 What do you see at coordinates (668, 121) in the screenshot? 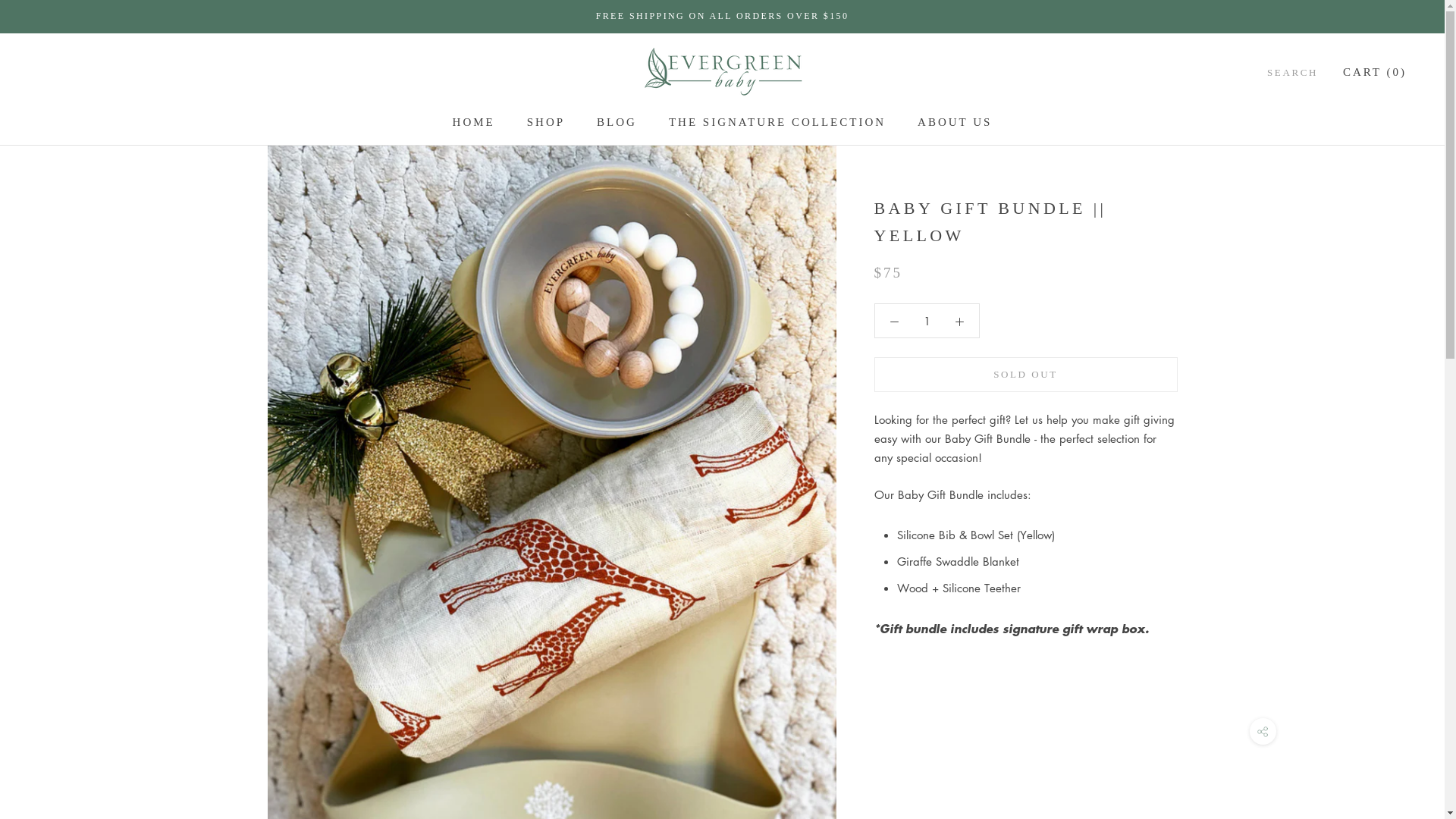
I see `'THE SIGNATURE COLLECTION` at bounding box center [668, 121].